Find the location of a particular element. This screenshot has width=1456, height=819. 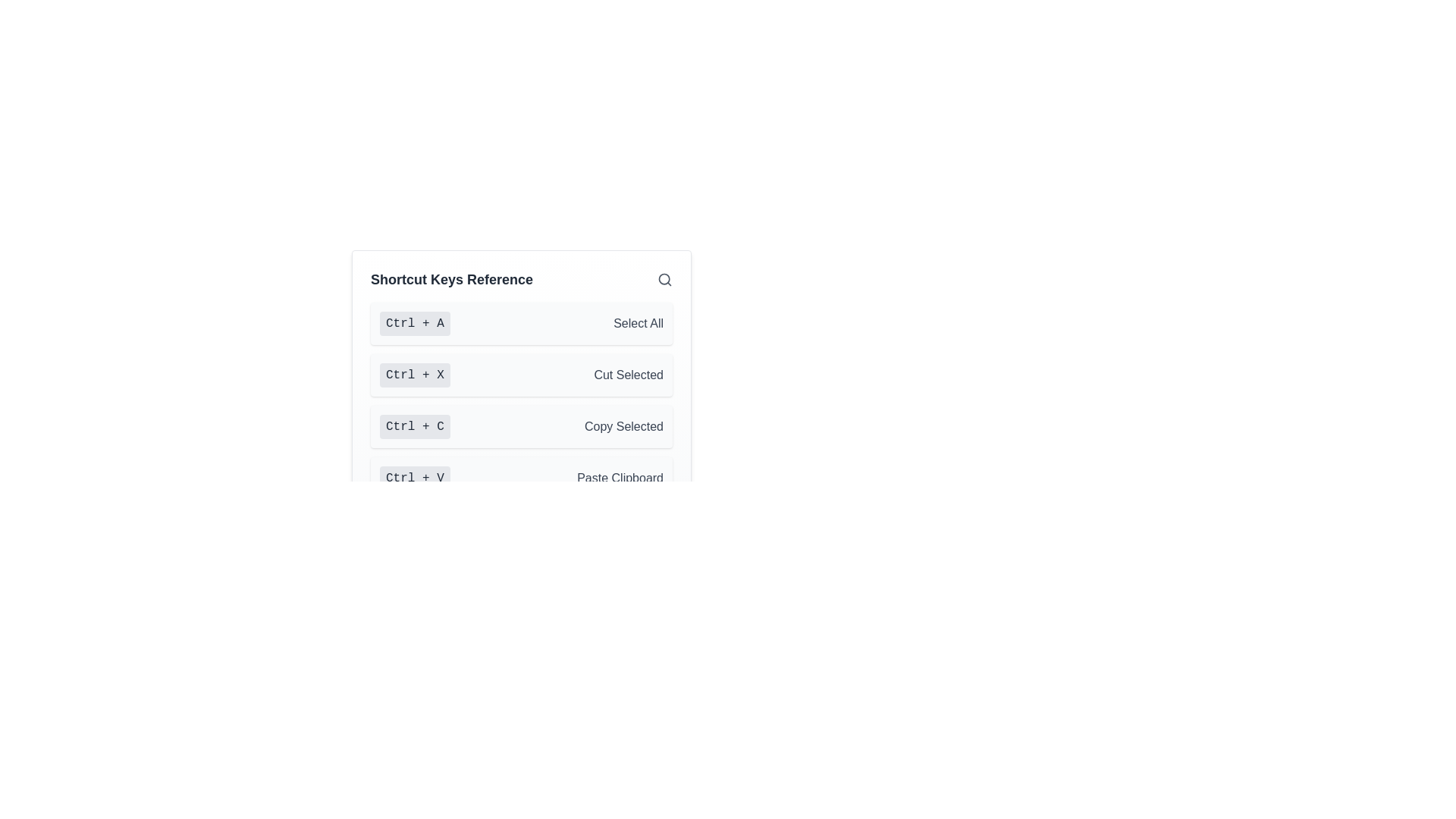

the SVG circle that visually represents the lens in the search icon located in the top-right corner of the user interface is located at coordinates (664, 279).